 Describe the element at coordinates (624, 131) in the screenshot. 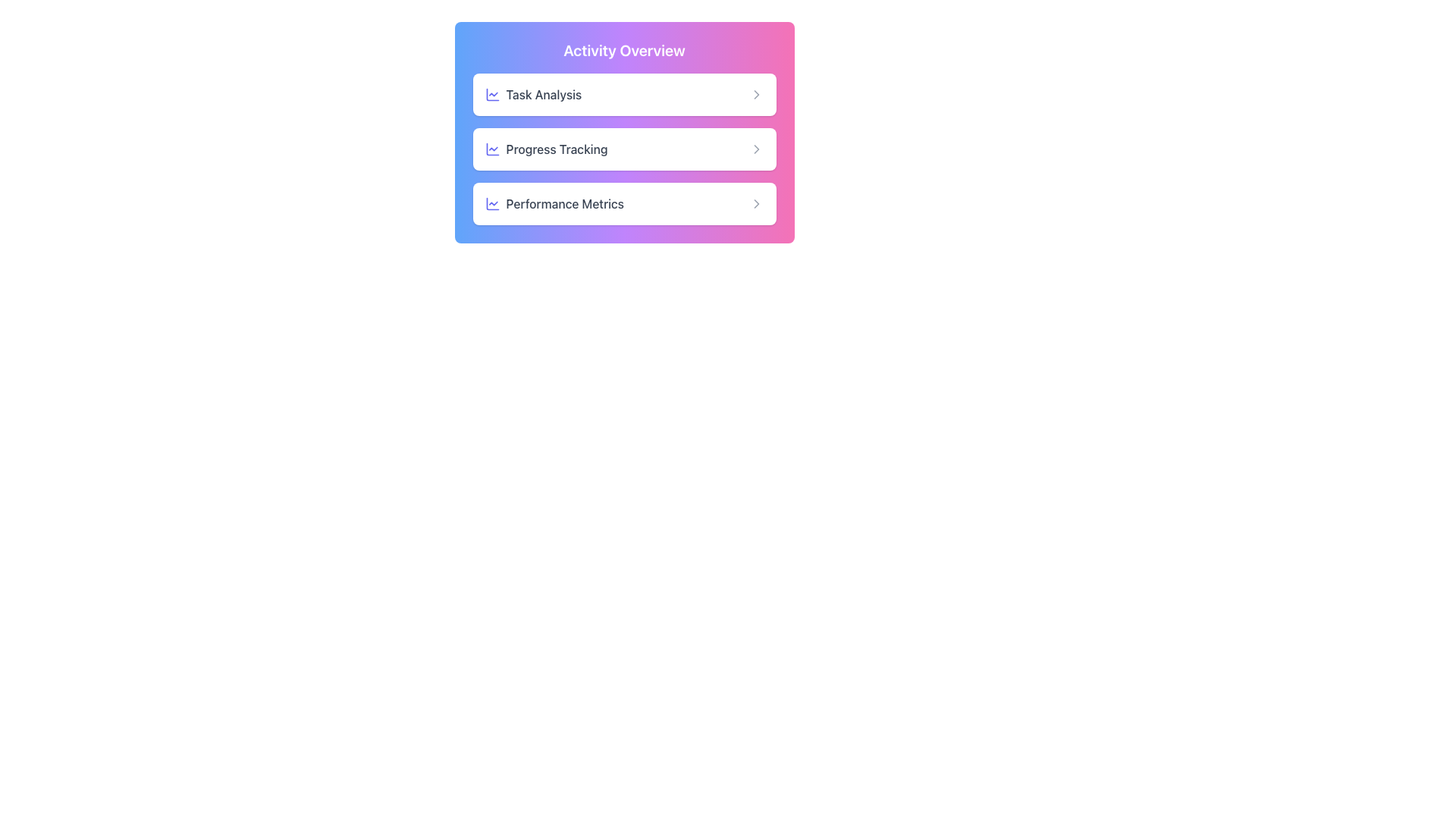

I see `the second option box labeled 'Progress Tracking' within the 'Activity Overview' card` at that location.